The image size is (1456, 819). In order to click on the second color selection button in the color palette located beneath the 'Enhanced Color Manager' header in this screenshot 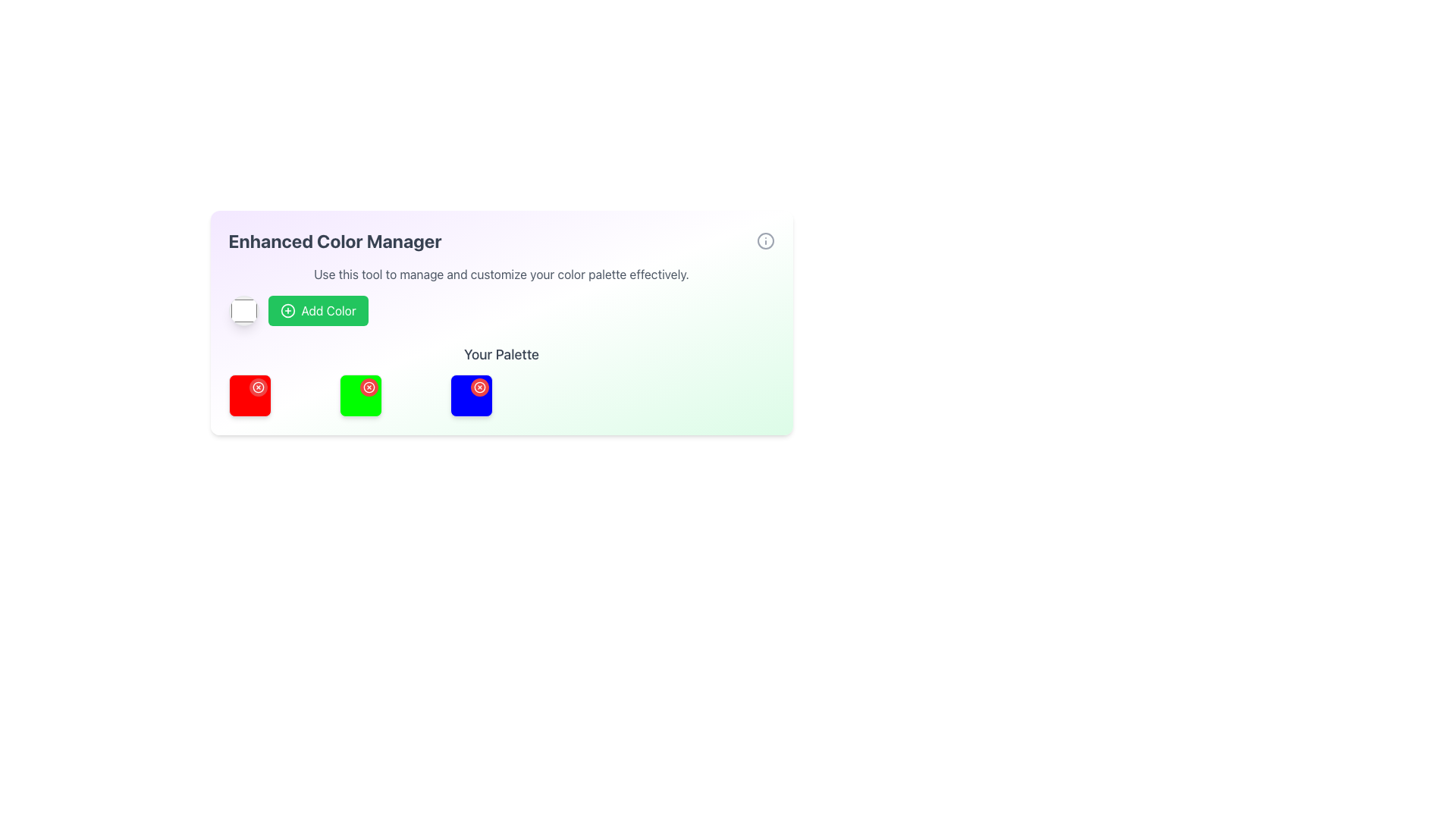, I will do `click(359, 394)`.